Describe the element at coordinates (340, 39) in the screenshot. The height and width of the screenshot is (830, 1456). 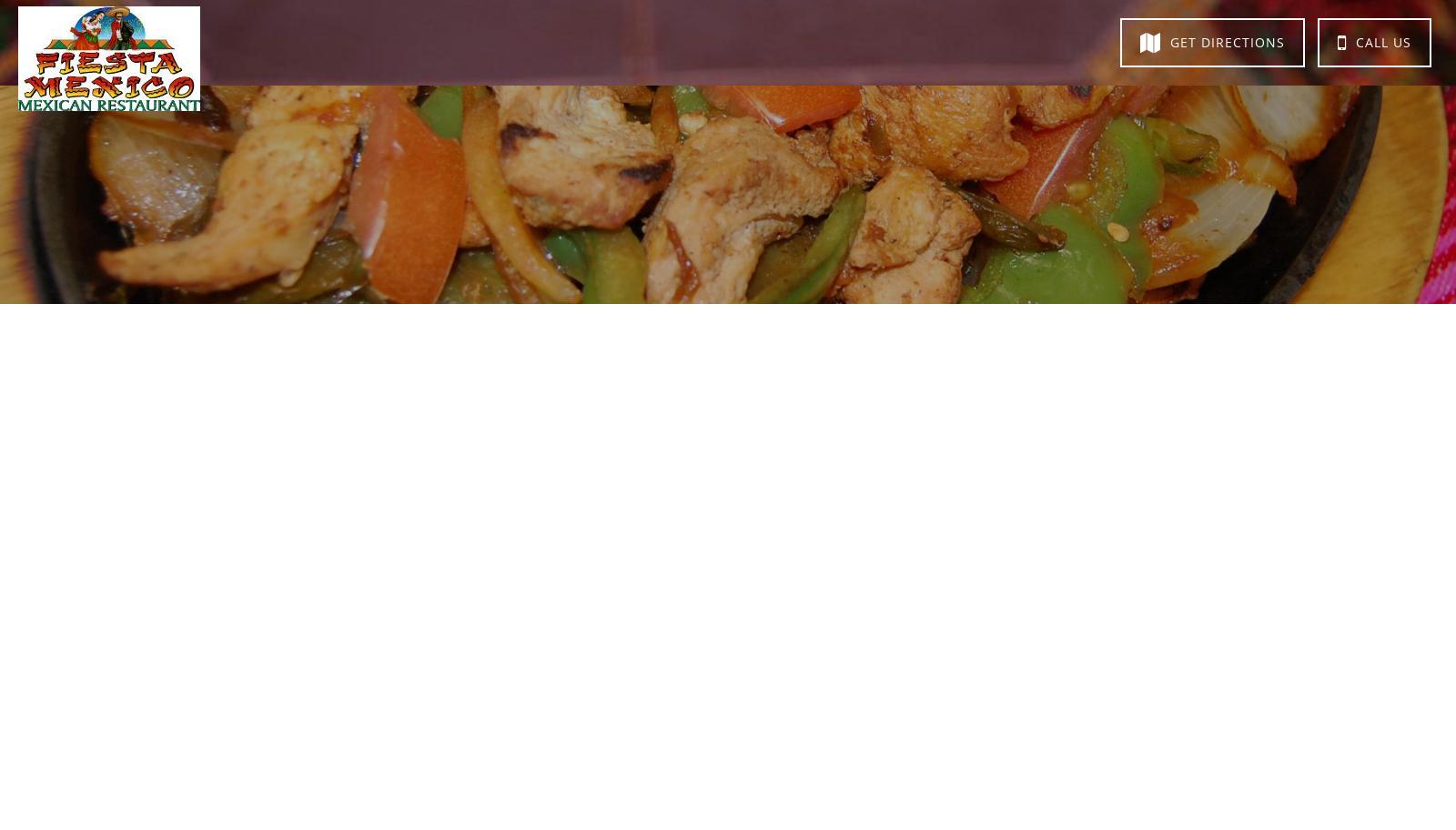
I see `'About Us'` at that location.